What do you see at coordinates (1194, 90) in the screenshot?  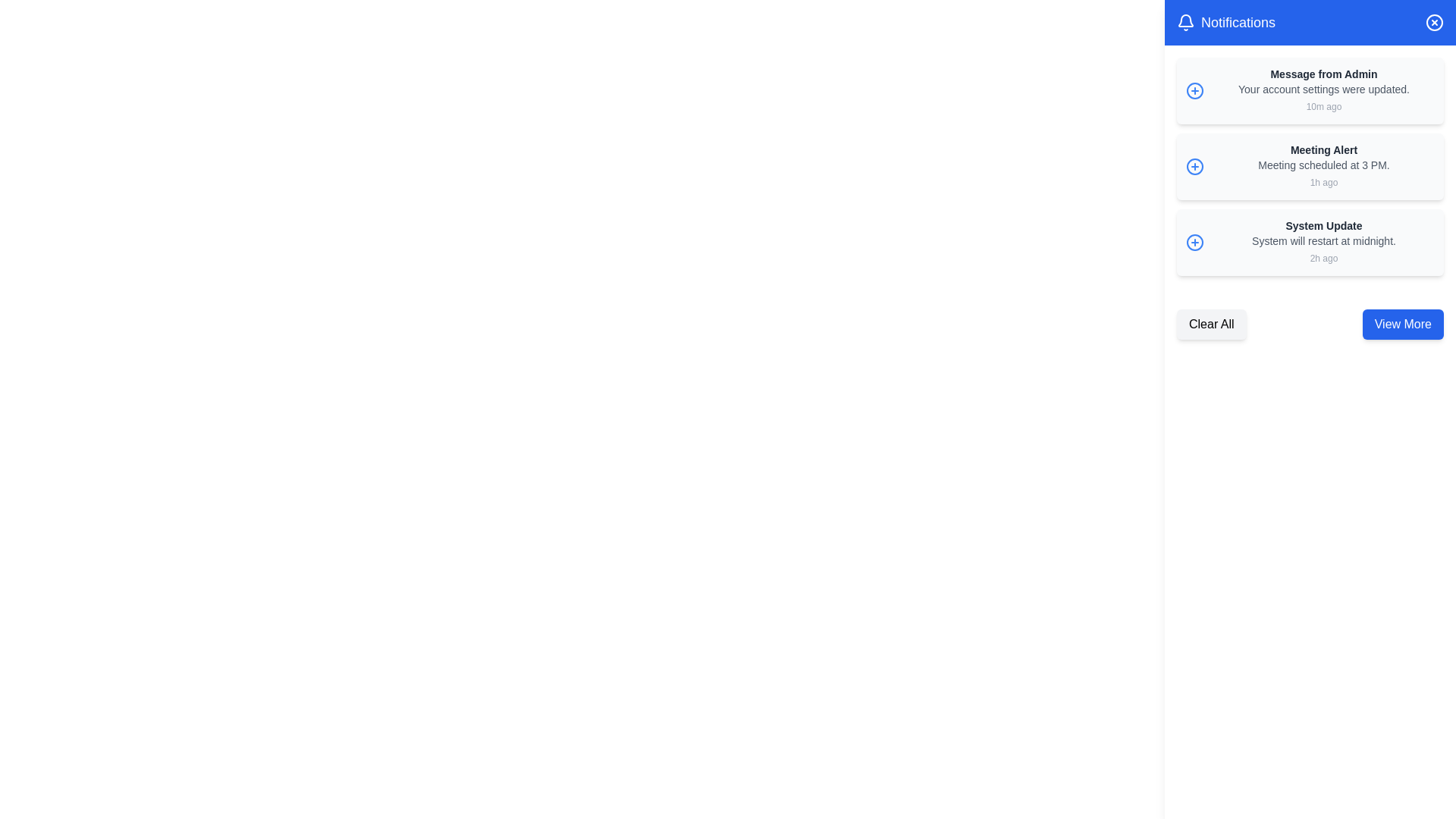 I see `the circular part of the notification icon in the first entry titled 'Message from Admin'` at bounding box center [1194, 90].